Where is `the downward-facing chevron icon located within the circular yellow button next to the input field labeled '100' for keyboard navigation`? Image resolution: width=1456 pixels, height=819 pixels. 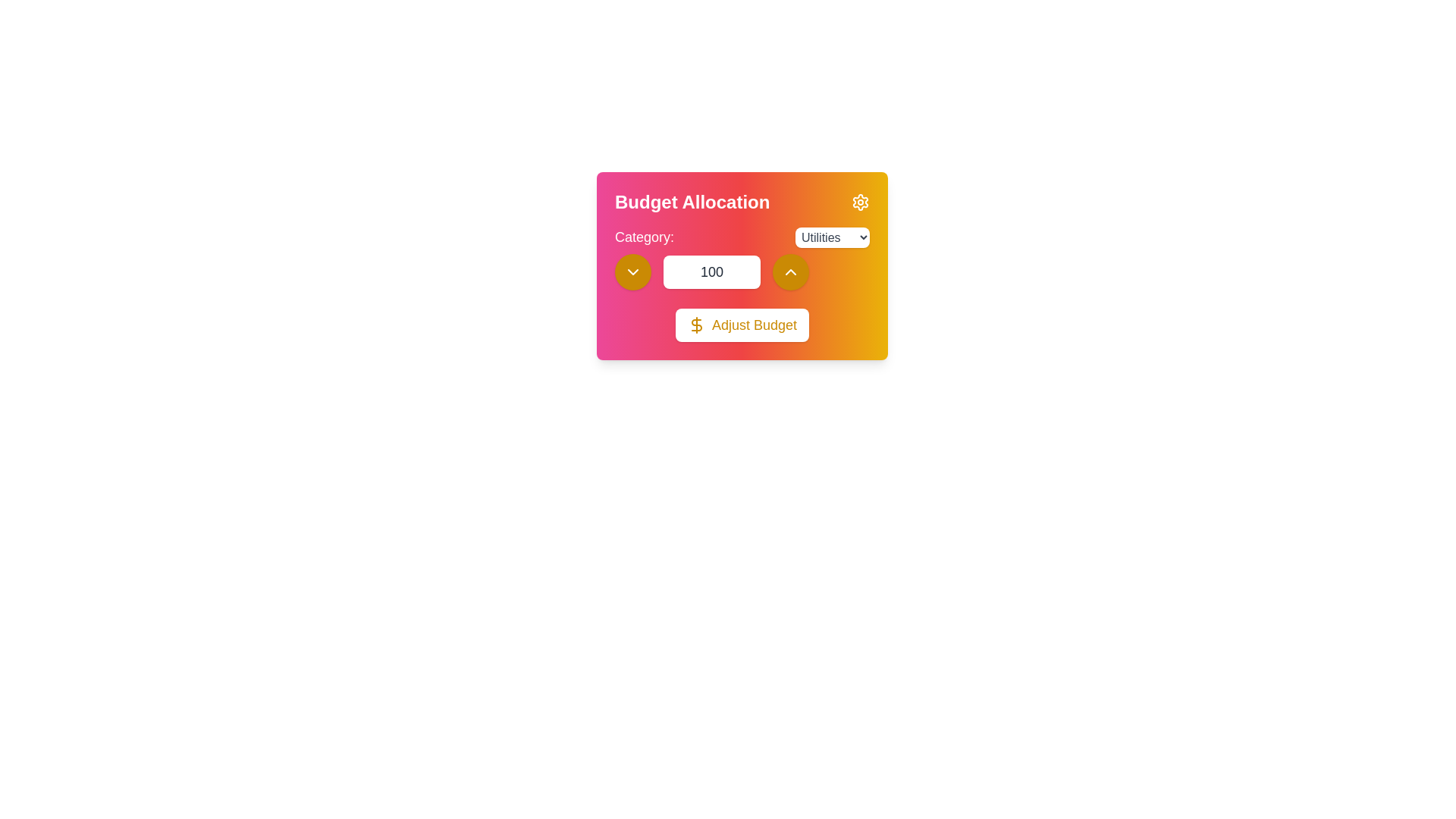 the downward-facing chevron icon located within the circular yellow button next to the input field labeled '100' for keyboard navigation is located at coordinates (633, 271).